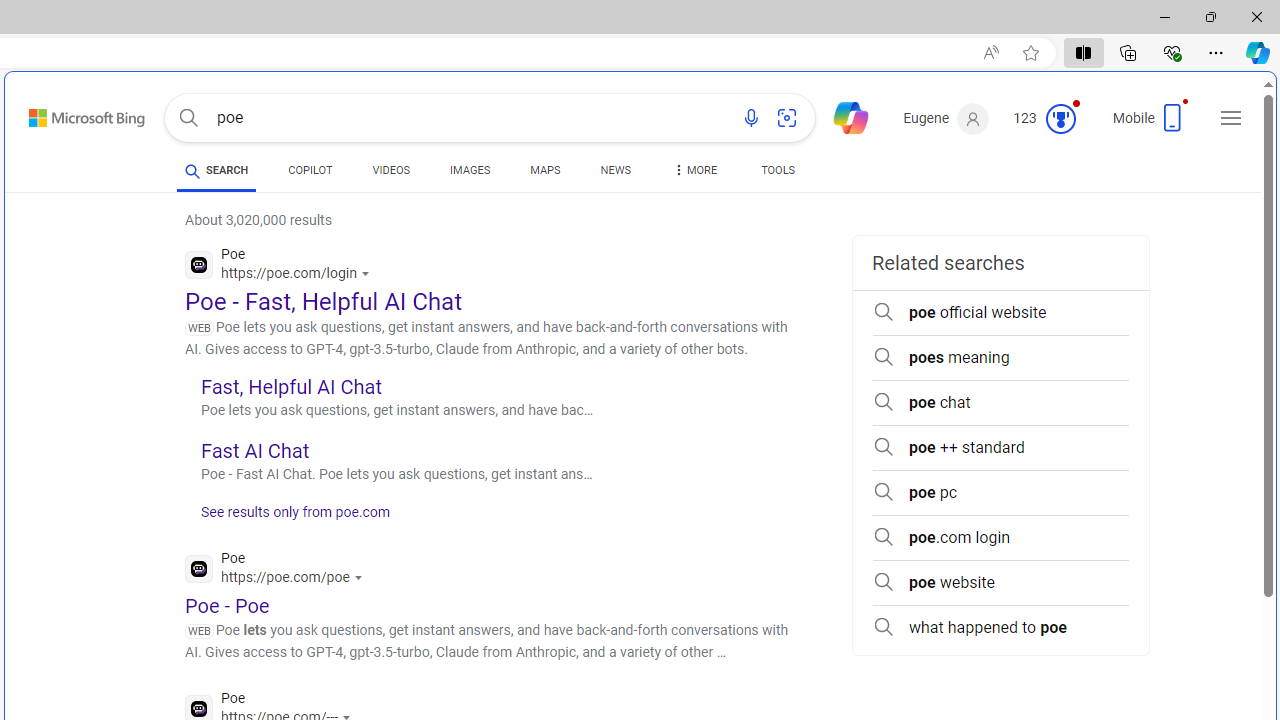  What do you see at coordinates (842, 116) in the screenshot?
I see `'Chat'` at bounding box center [842, 116].